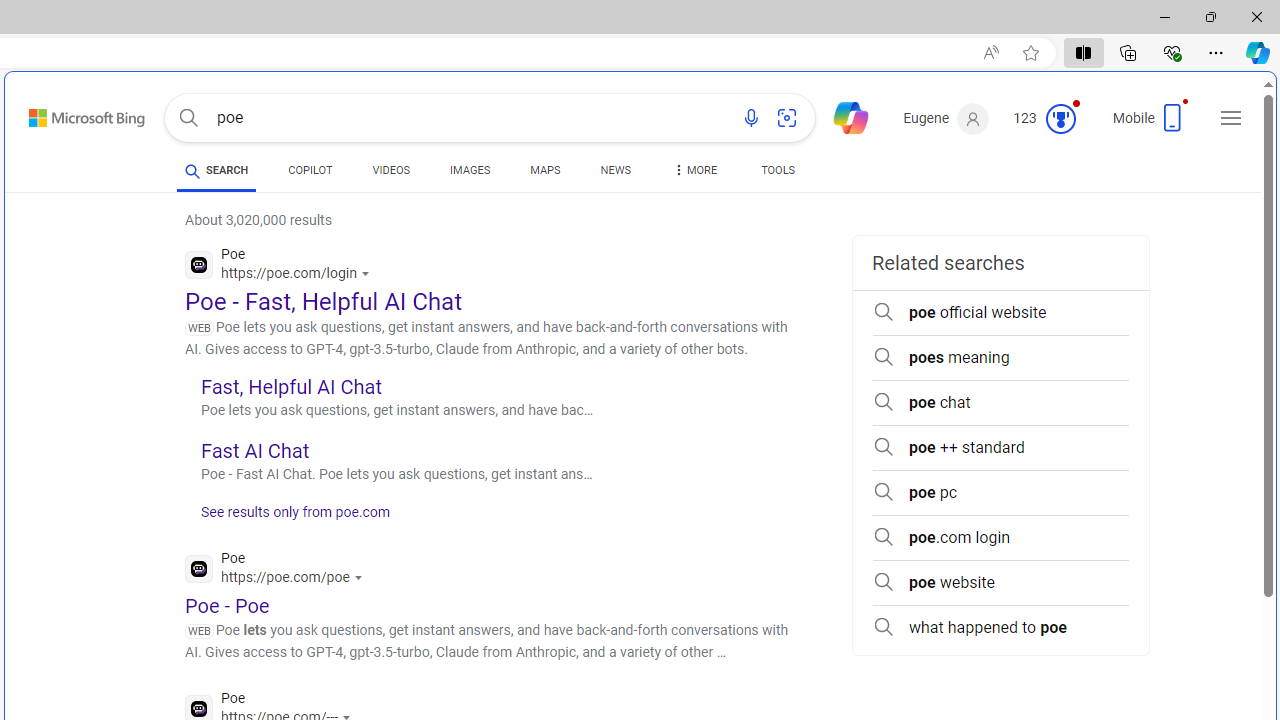  What do you see at coordinates (842, 116) in the screenshot?
I see `'Chat'` at bounding box center [842, 116].